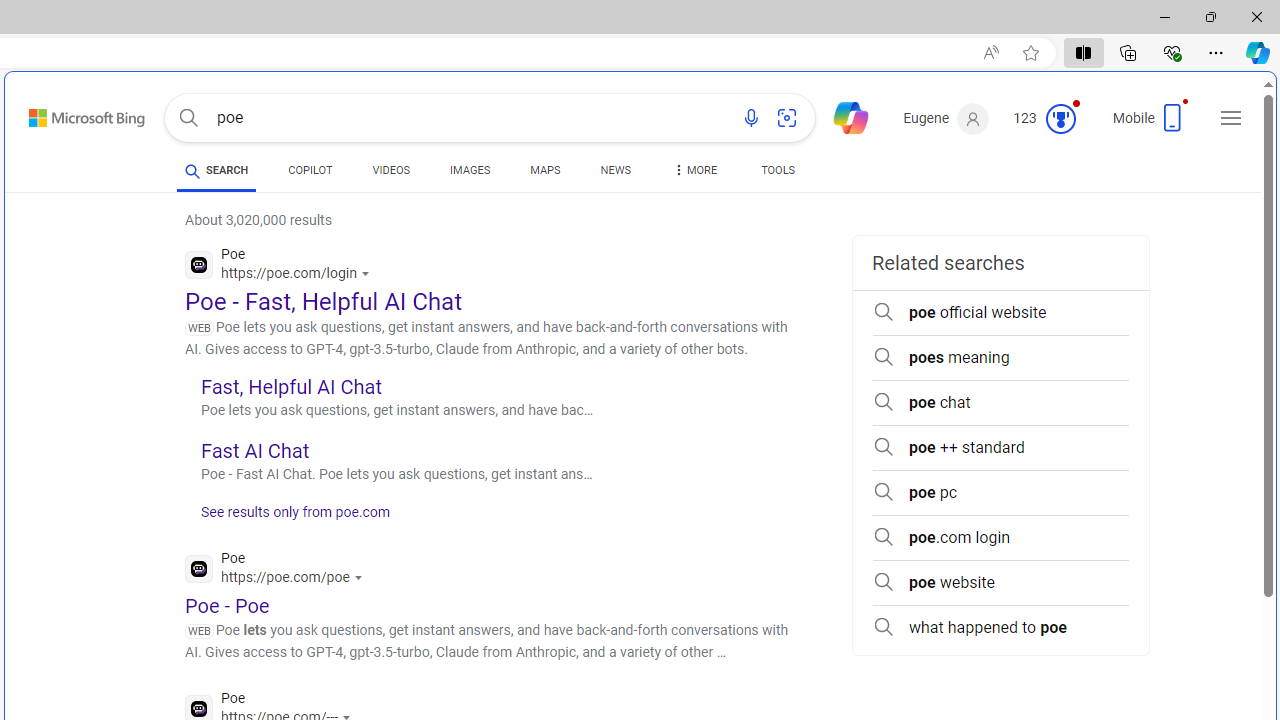  What do you see at coordinates (842, 116) in the screenshot?
I see `'Chat'` at bounding box center [842, 116].